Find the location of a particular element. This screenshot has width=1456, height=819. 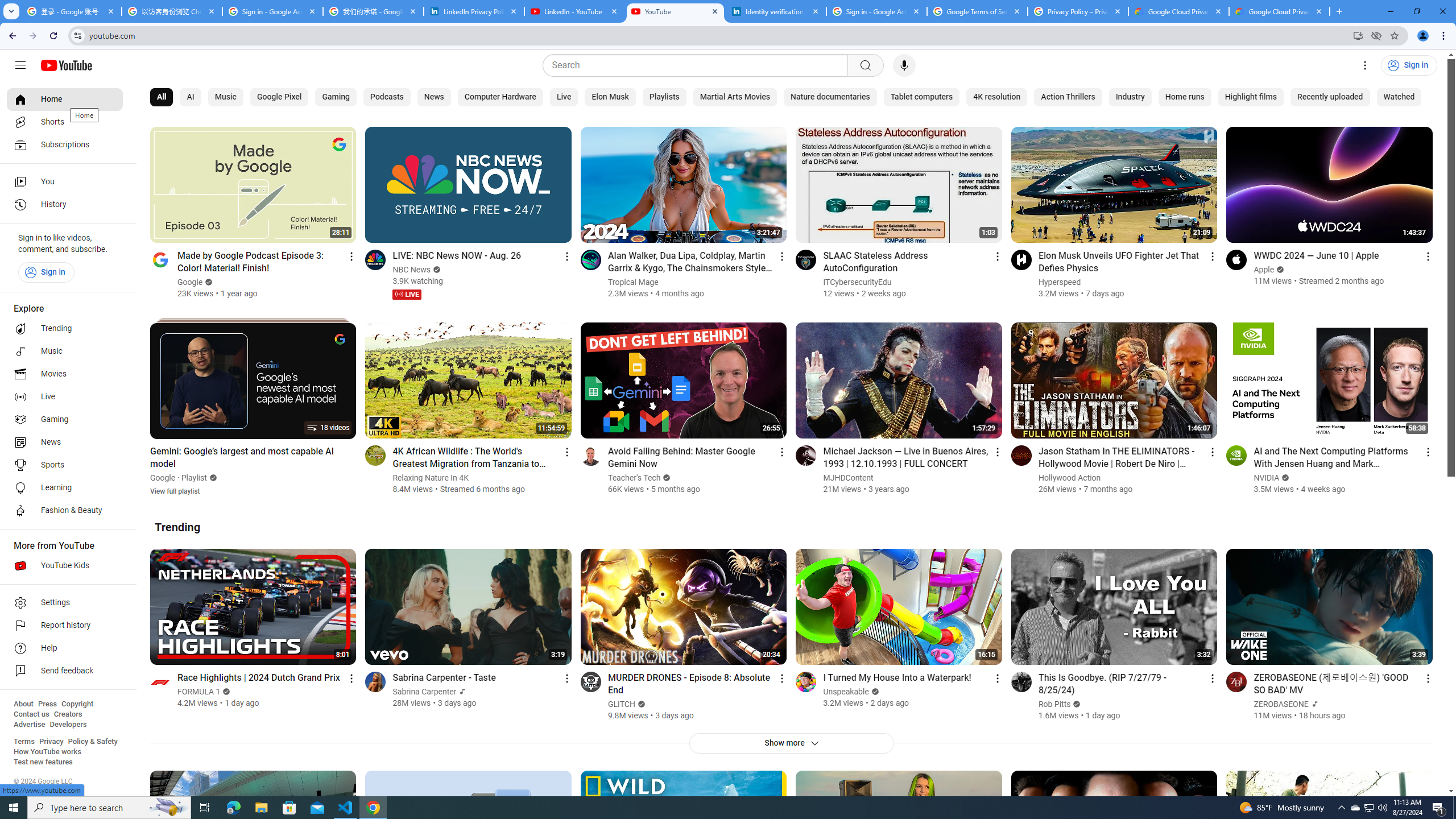

'GLITCH' is located at coordinates (621, 704).